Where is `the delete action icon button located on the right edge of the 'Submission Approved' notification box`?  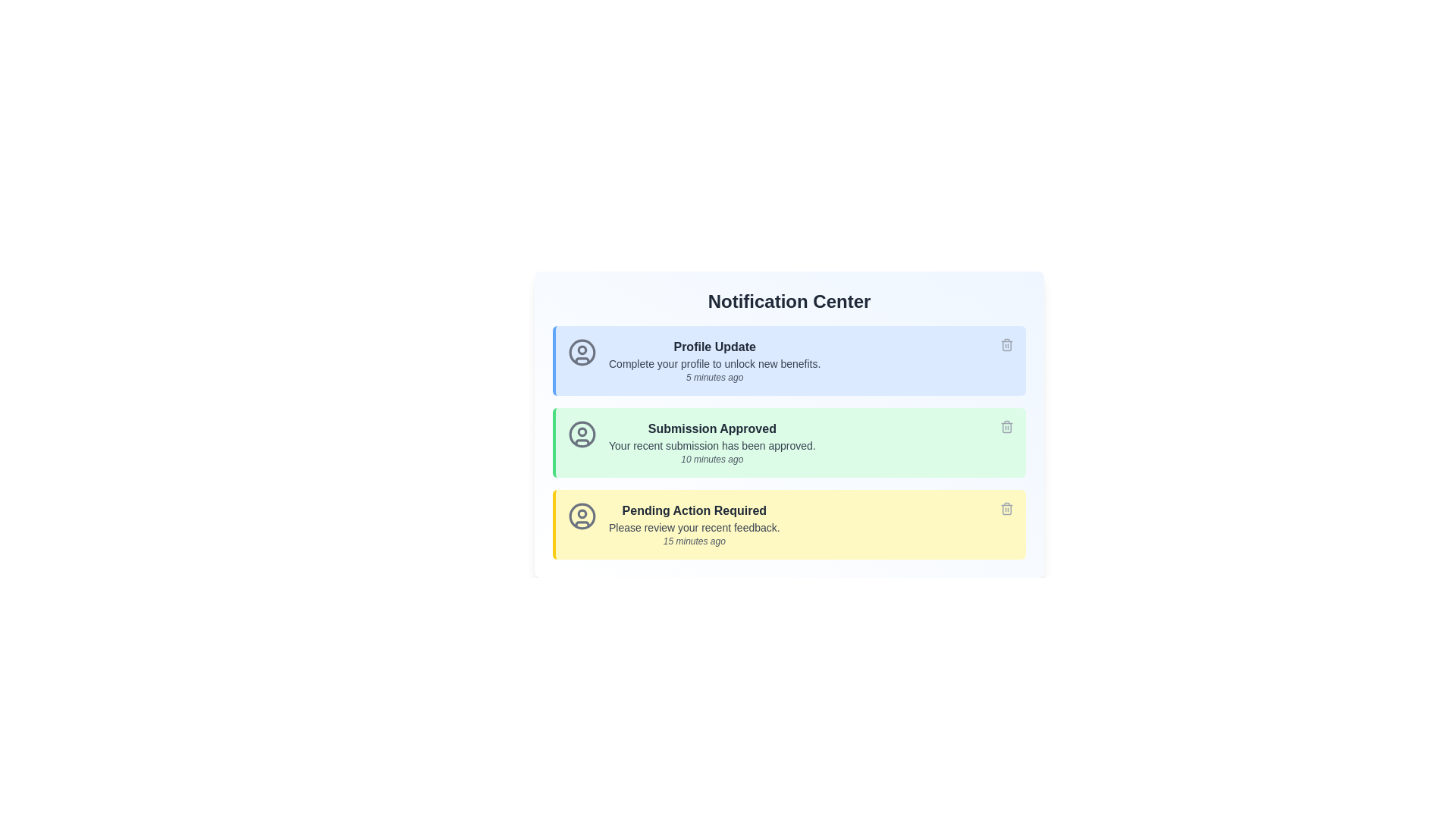
the delete action icon button located on the right edge of the 'Submission Approved' notification box is located at coordinates (1007, 427).